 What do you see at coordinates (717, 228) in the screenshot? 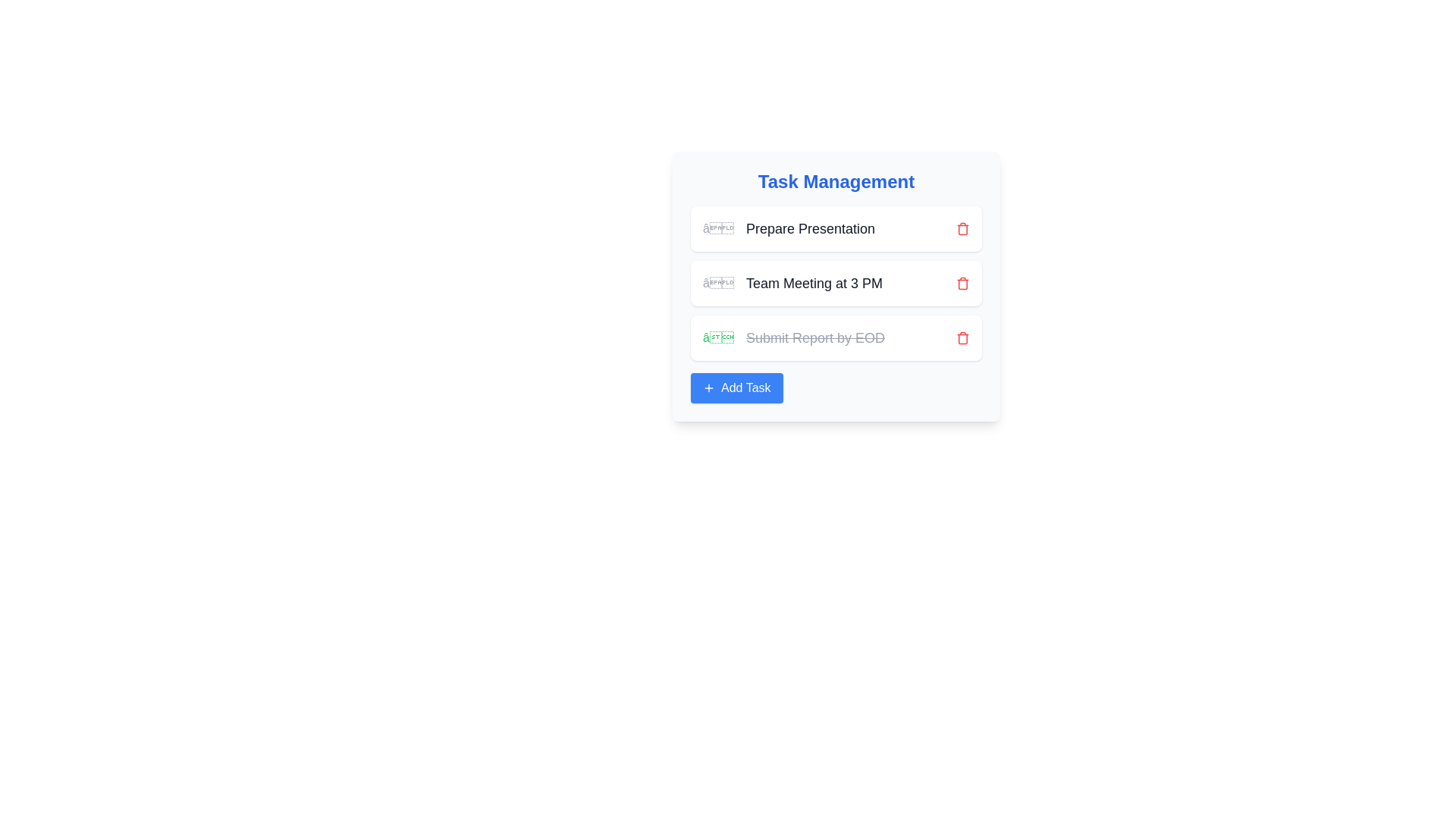
I see `the status indicator button located to the left of the 'Prepare Presentation' task entry` at bounding box center [717, 228].